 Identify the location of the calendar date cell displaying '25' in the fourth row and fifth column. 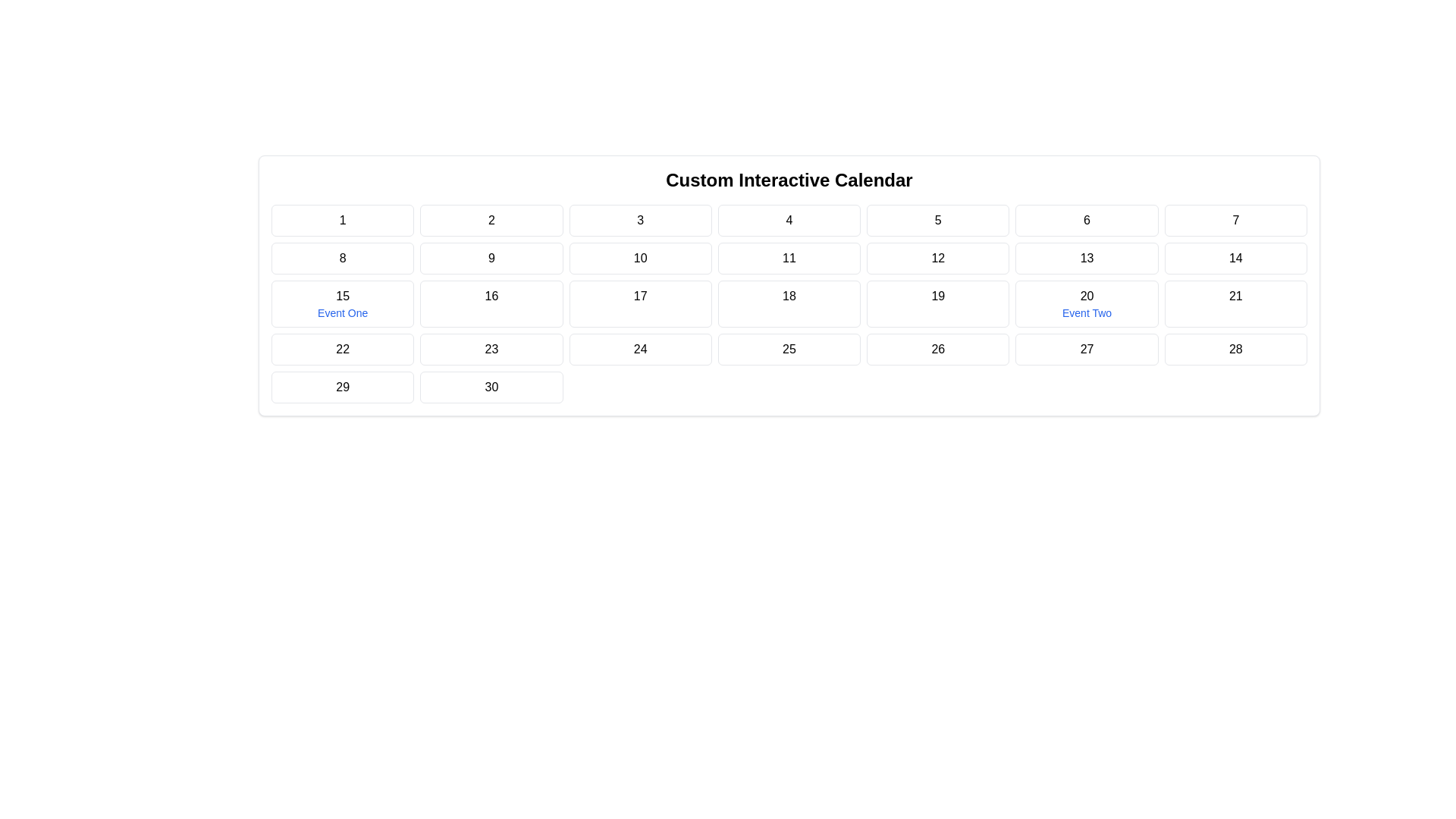
(789, 350).